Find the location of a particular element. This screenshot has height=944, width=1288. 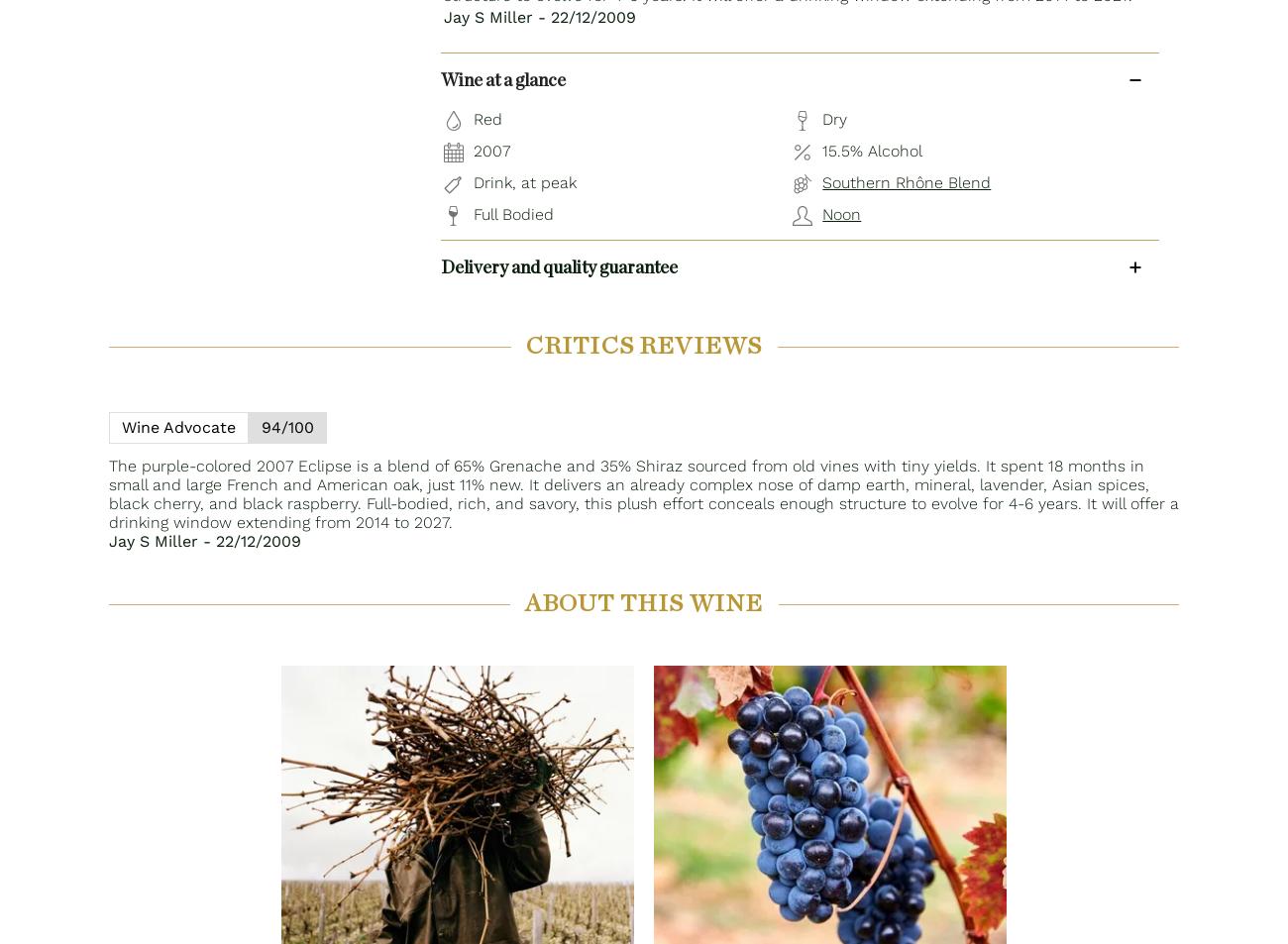

'at a glance' is located at coordinates (523, 79).